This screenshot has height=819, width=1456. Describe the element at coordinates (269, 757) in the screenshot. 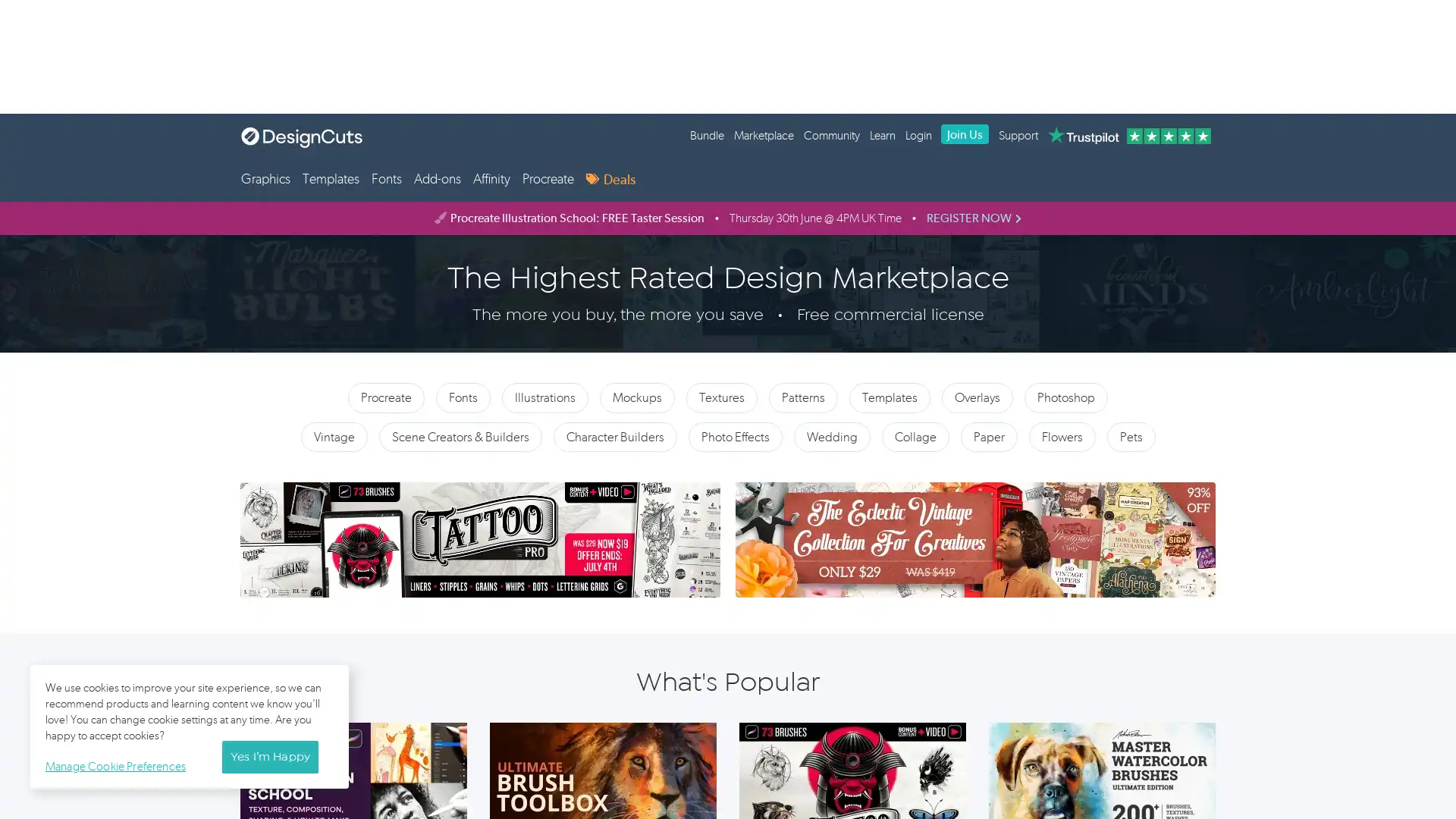

I see `Yes Im Happy` at that location.